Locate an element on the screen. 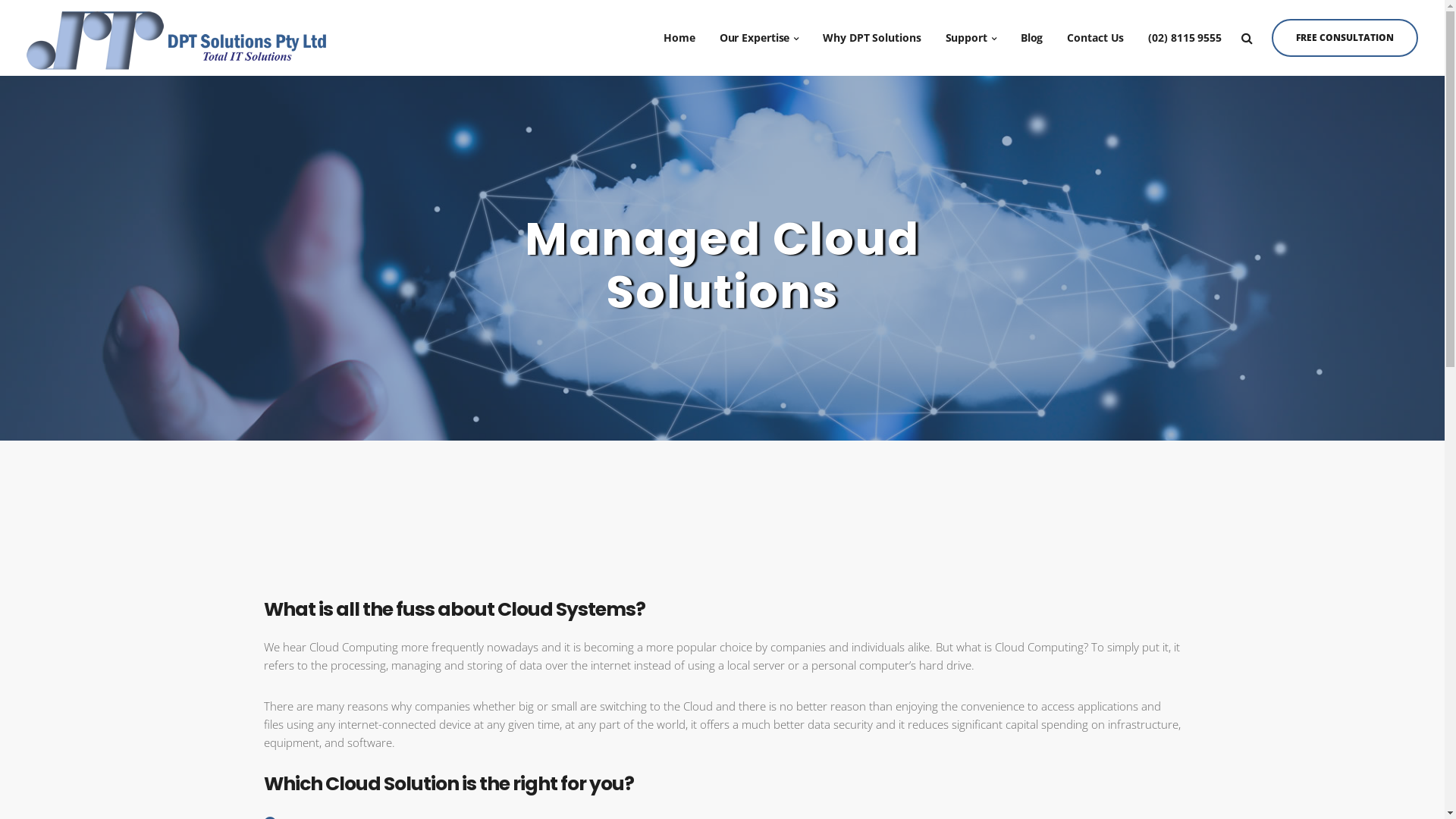 This screenshot has height=819, width=1456. 'Privacy Policy' is located at coordinates (1047, 789).